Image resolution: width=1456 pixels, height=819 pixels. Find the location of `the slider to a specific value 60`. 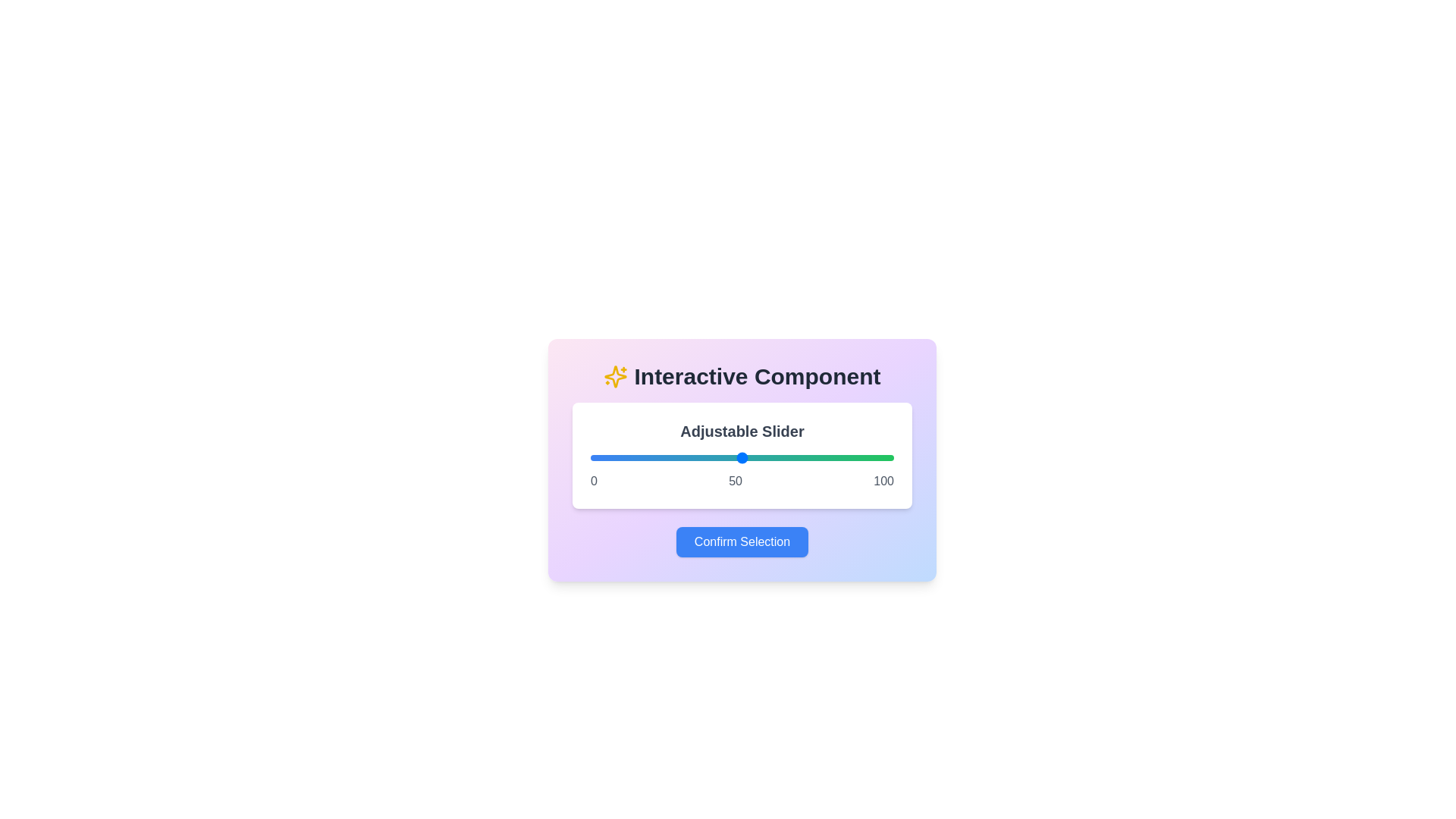

the slider to a specific value 60 is located at coordinates (772, 457).